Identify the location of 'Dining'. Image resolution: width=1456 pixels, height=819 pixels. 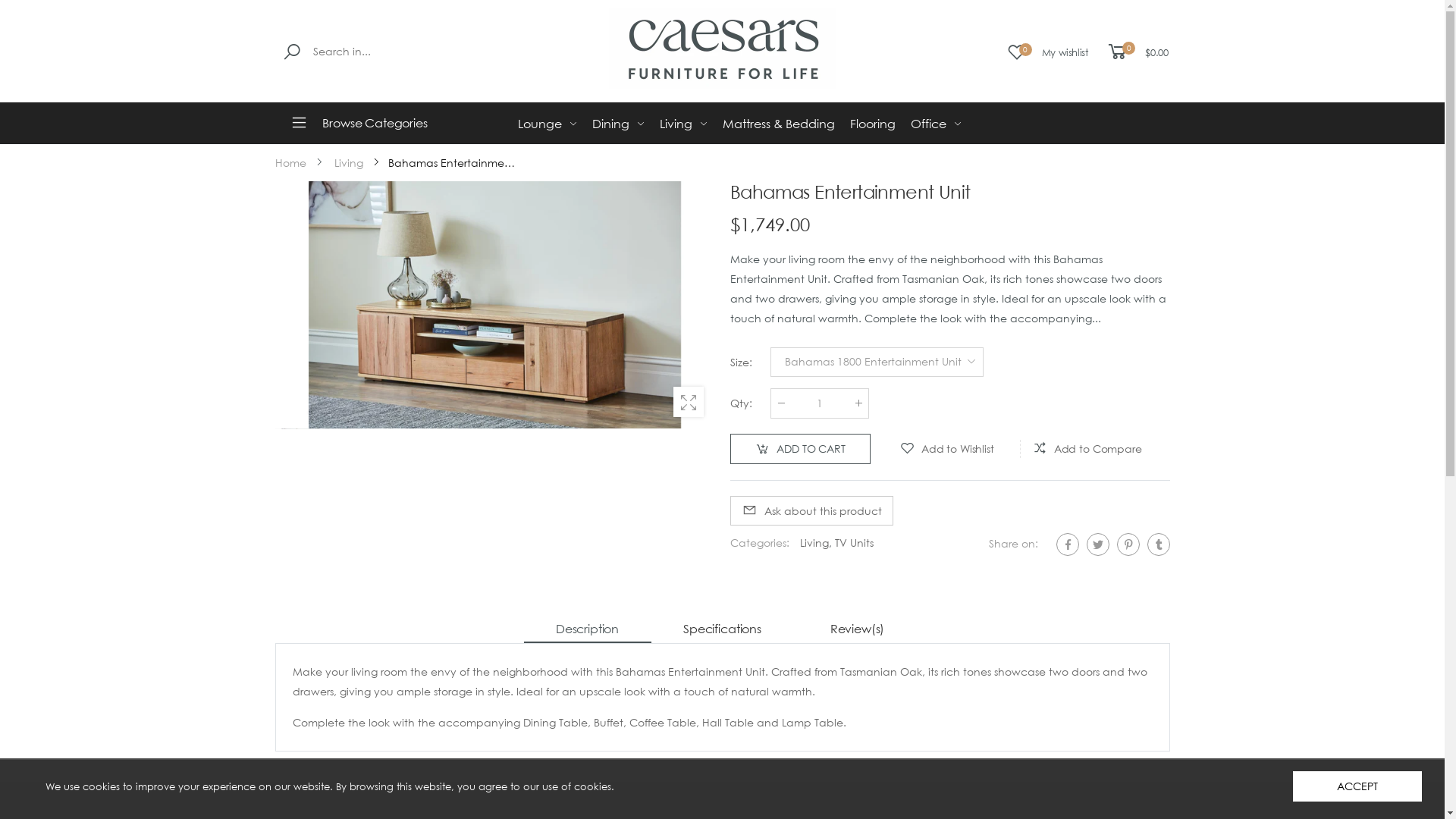
(617, 122).